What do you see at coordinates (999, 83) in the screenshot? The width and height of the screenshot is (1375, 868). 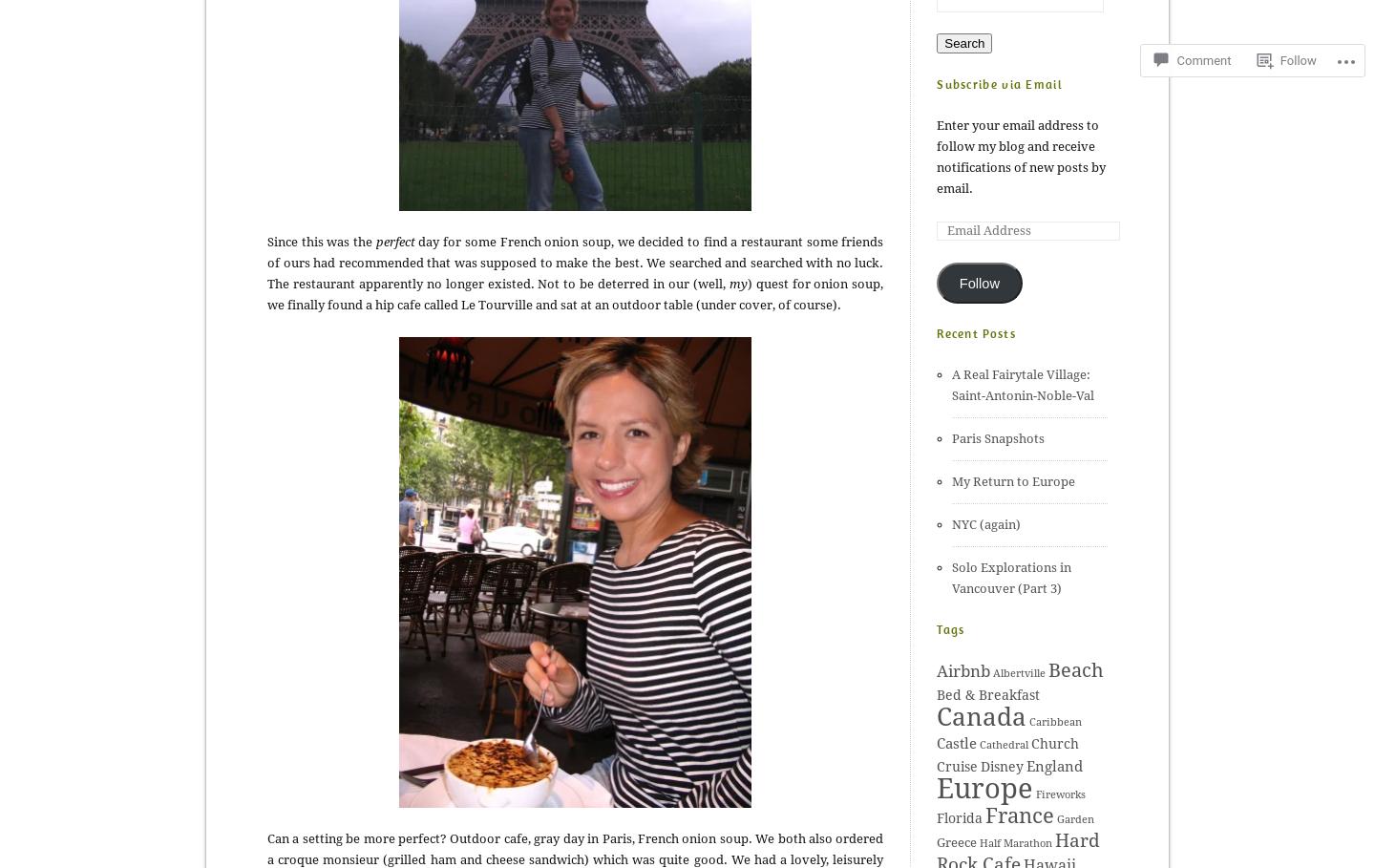 I see `'Subscribe via Email'` at bounding box center [999, 83].